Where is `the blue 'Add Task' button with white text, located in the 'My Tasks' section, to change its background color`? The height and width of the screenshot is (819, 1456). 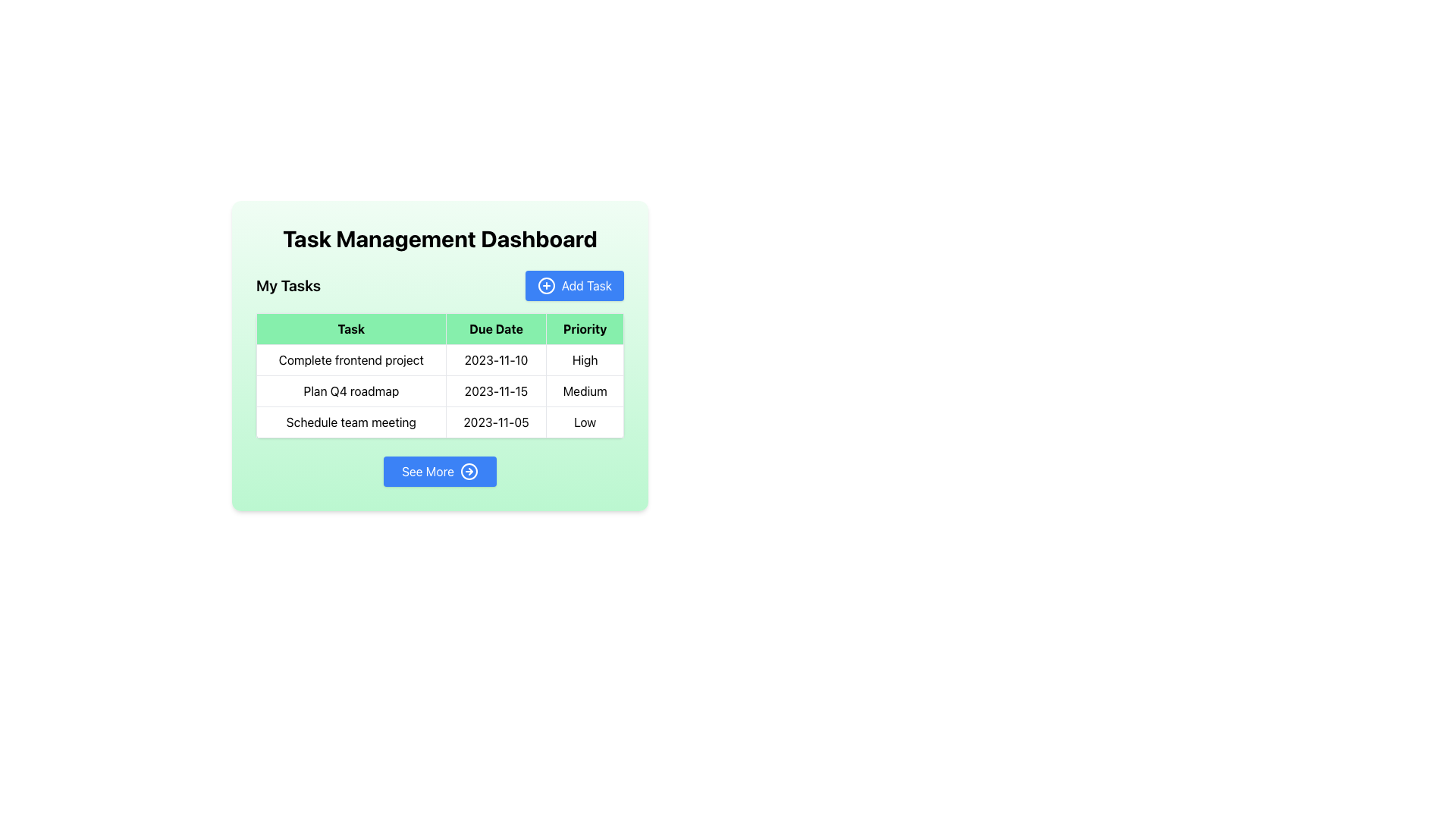
the blue 'Add Task' button with white text, located in the 'My Tasks' section, to change its background color is located at coordinates (573, 286).